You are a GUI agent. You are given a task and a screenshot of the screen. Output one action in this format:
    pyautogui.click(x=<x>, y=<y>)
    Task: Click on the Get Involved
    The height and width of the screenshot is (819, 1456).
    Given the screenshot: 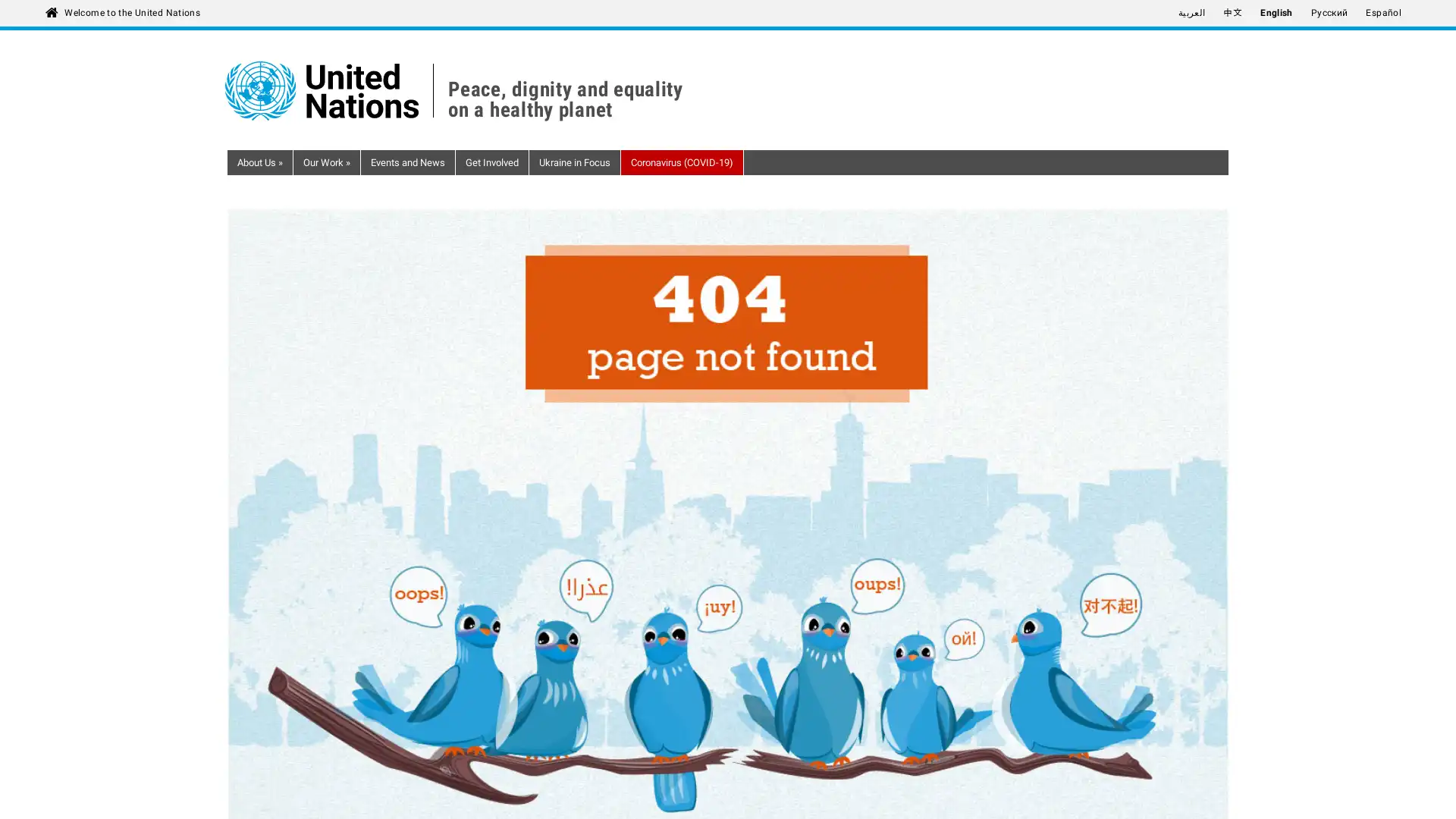 What is the action you would take?
    pyautogui.click(x=492, y=162)
    